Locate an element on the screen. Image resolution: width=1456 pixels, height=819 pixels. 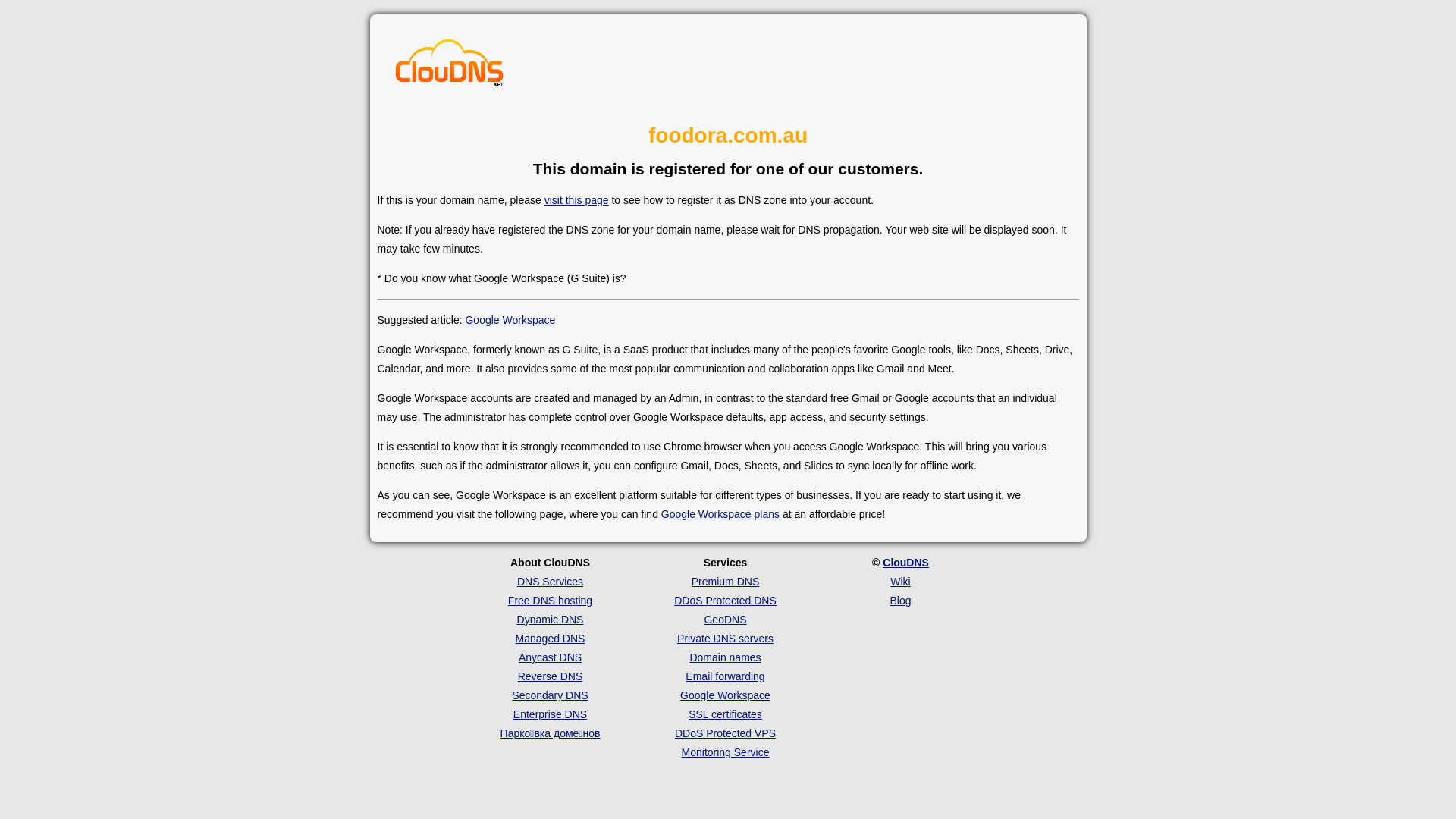
'ClouDNS' is located at coordinates (905, 562).